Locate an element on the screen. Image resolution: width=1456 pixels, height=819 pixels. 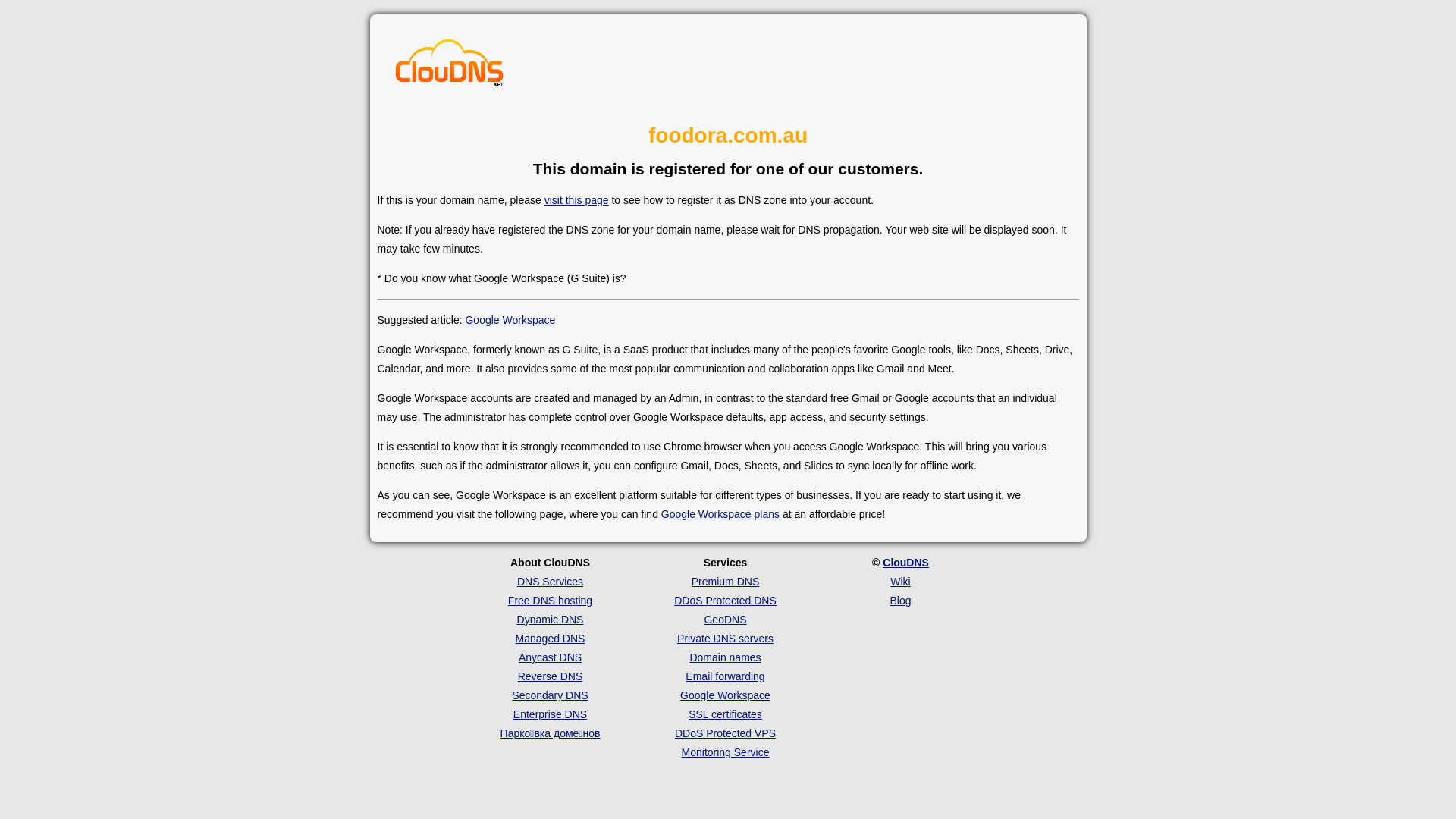
'ClouDNS' is located at coordinates (905, 562).